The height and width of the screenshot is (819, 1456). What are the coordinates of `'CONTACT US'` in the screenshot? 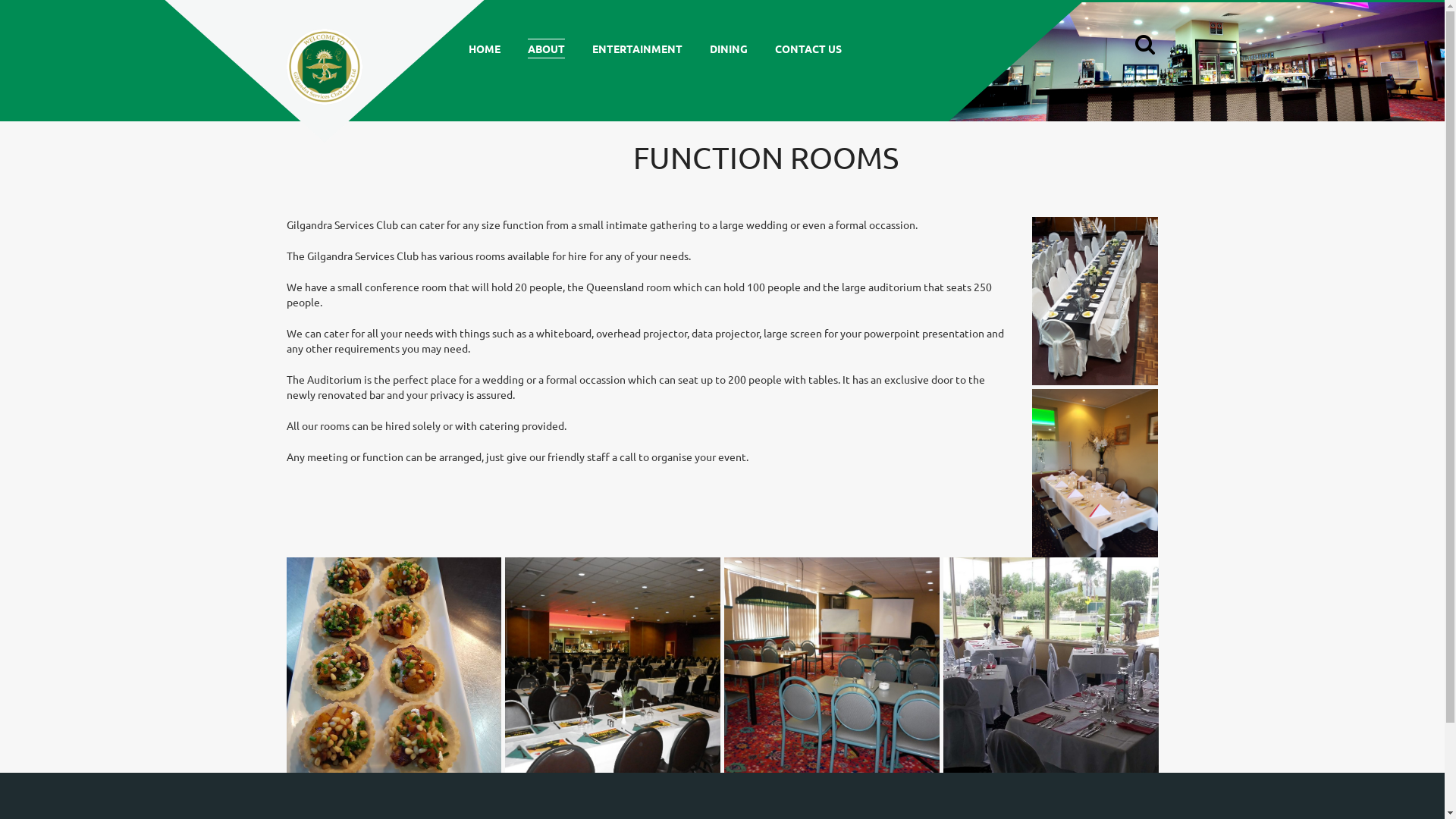 It's located at (807, 48).